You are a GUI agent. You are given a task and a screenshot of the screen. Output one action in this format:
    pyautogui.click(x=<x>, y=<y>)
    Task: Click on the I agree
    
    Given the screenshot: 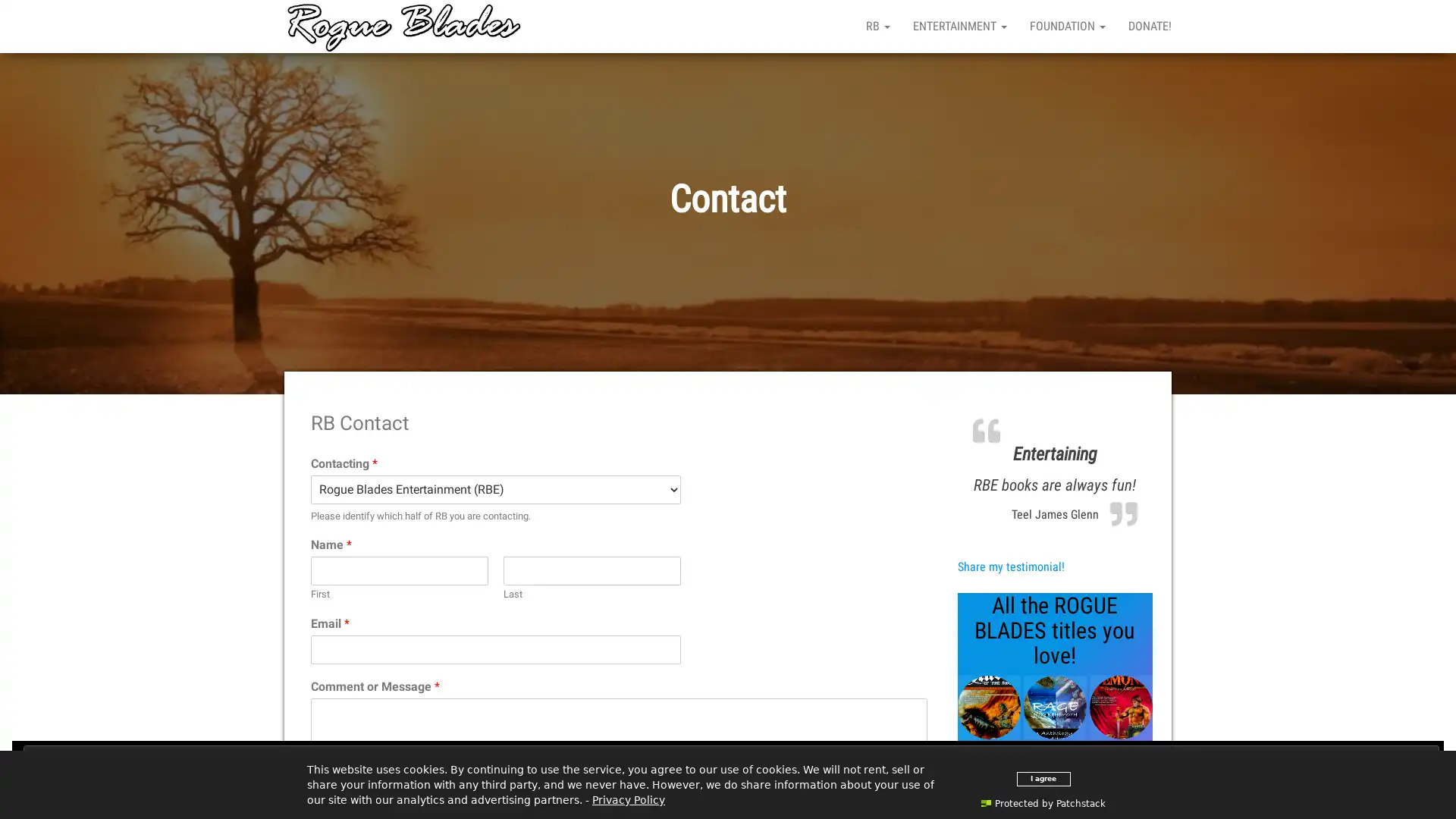 What is the action you would take?
    pyautogui.click(x=1042, y=778)
    